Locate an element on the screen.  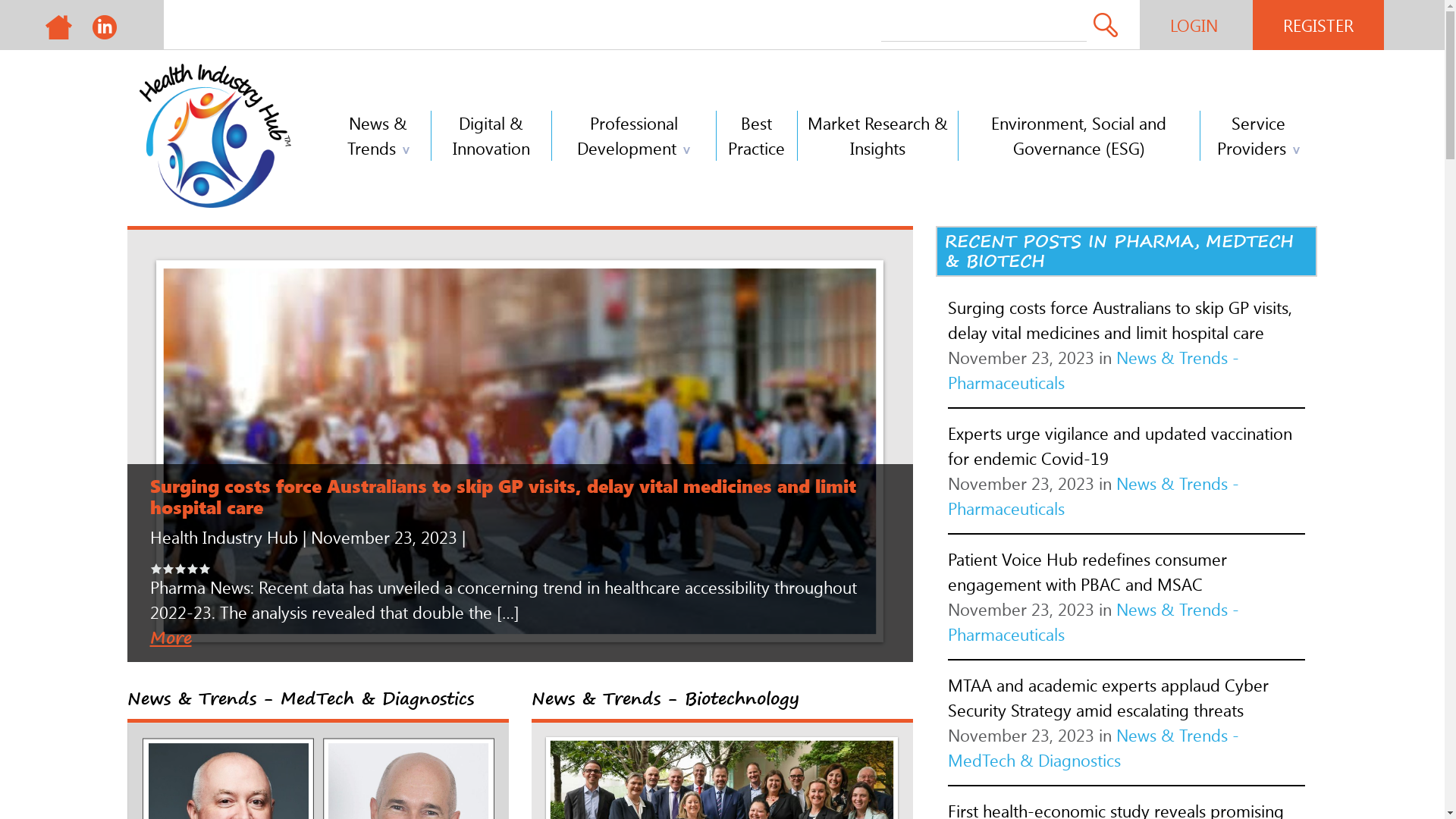
'More' is located at coordinates (171, 637).